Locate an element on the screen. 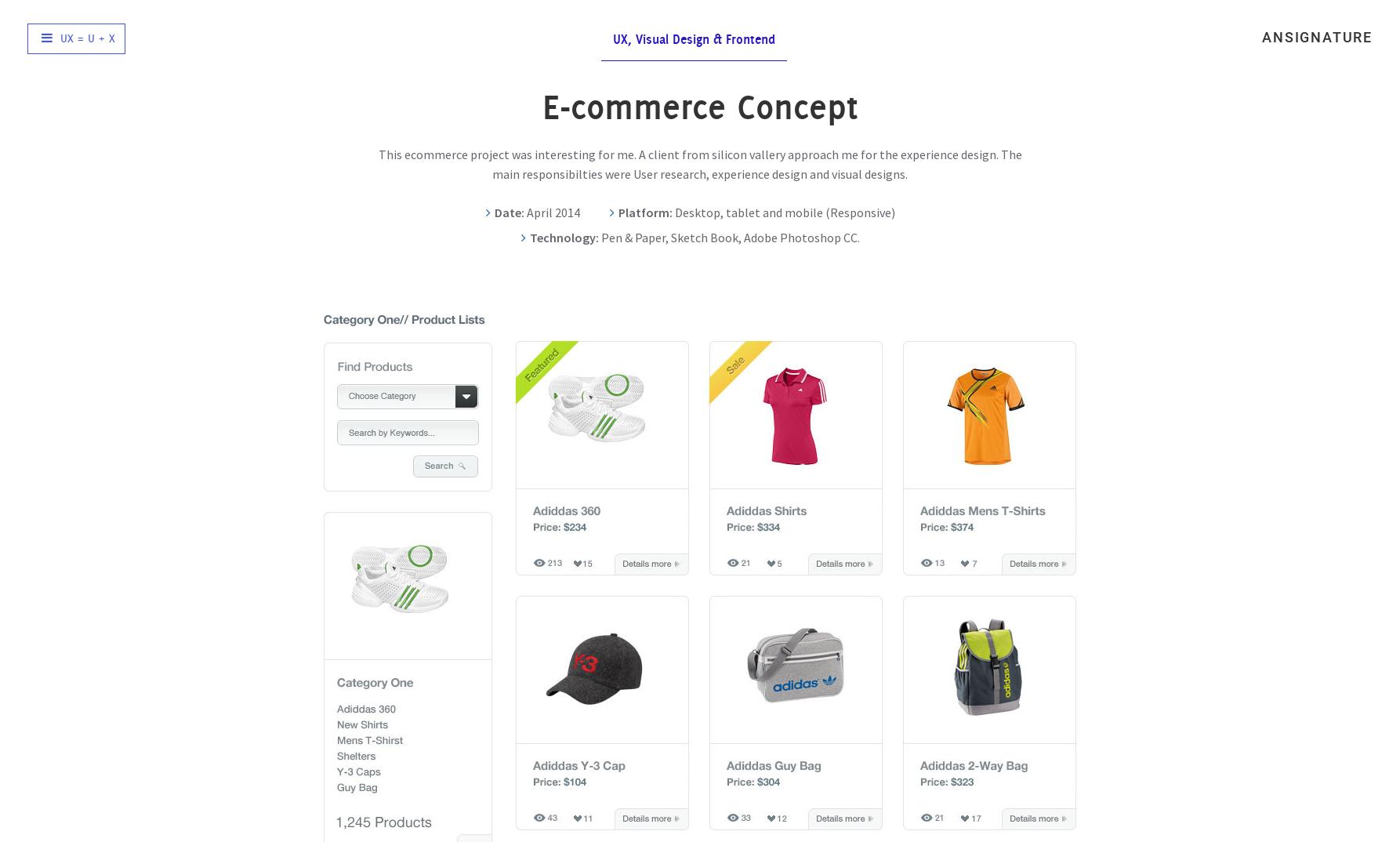  'April 2014' is located at coordinates (551, 212).